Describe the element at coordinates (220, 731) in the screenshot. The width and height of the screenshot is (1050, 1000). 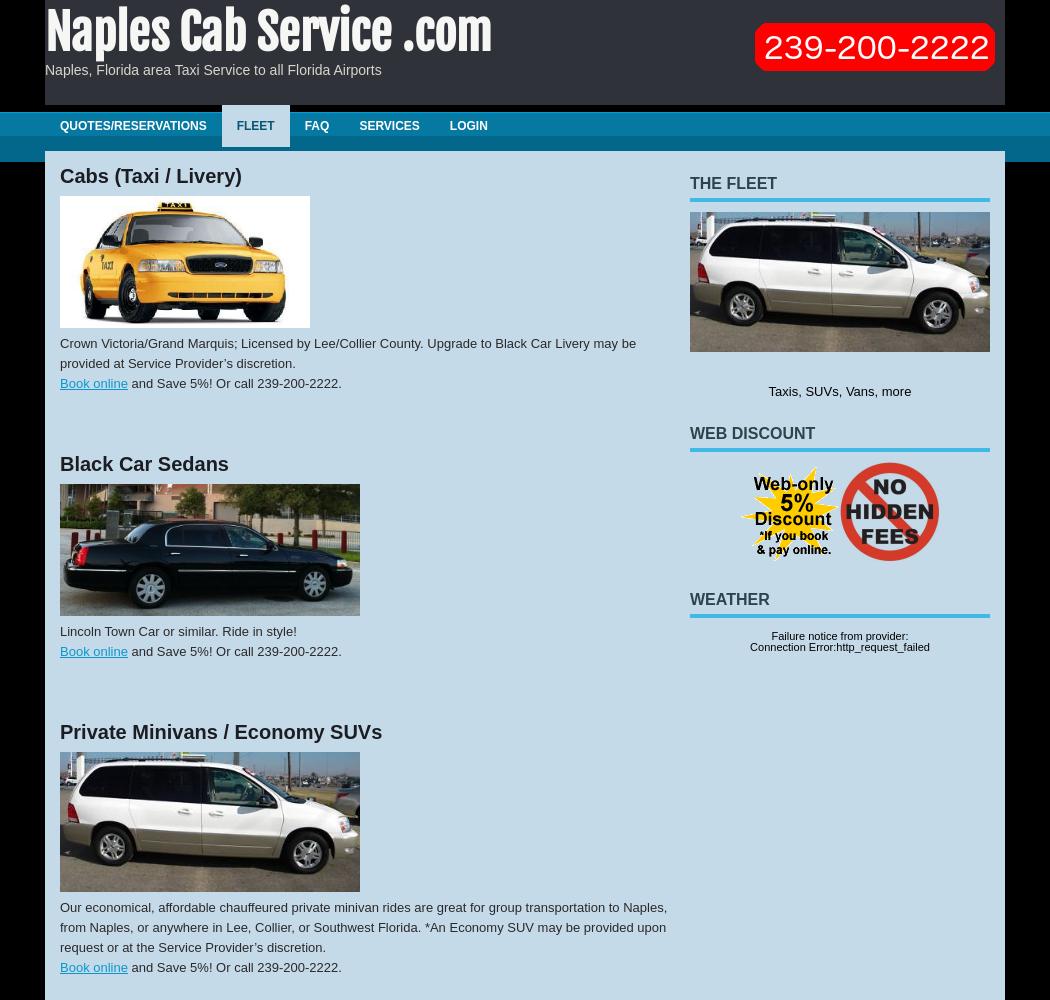
I see `'Private Minivans / Economy SUVs'` at that location.